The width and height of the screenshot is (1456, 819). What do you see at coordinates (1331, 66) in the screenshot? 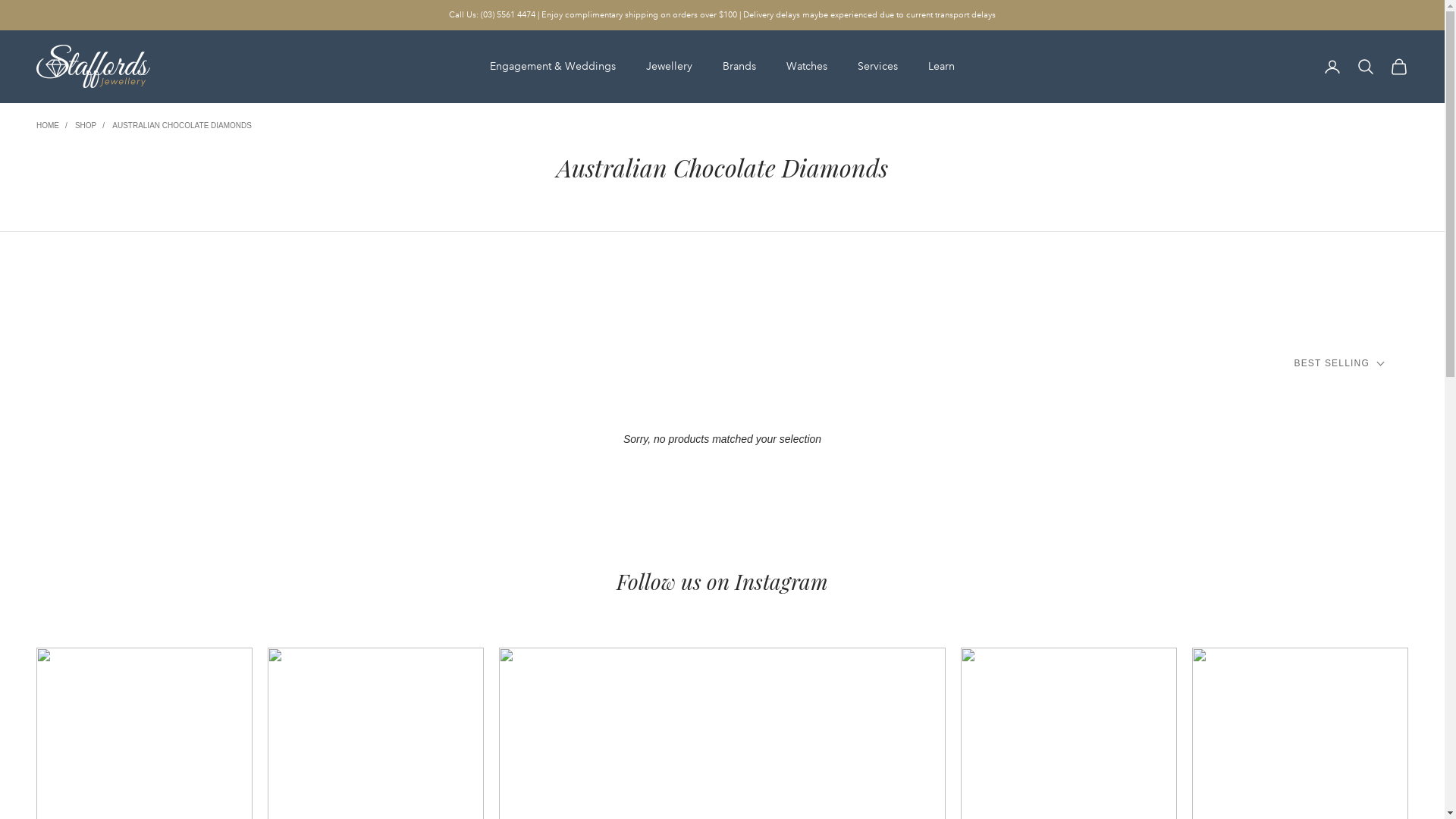
I see `'Open account page'` at bounding box center [1331, 66].